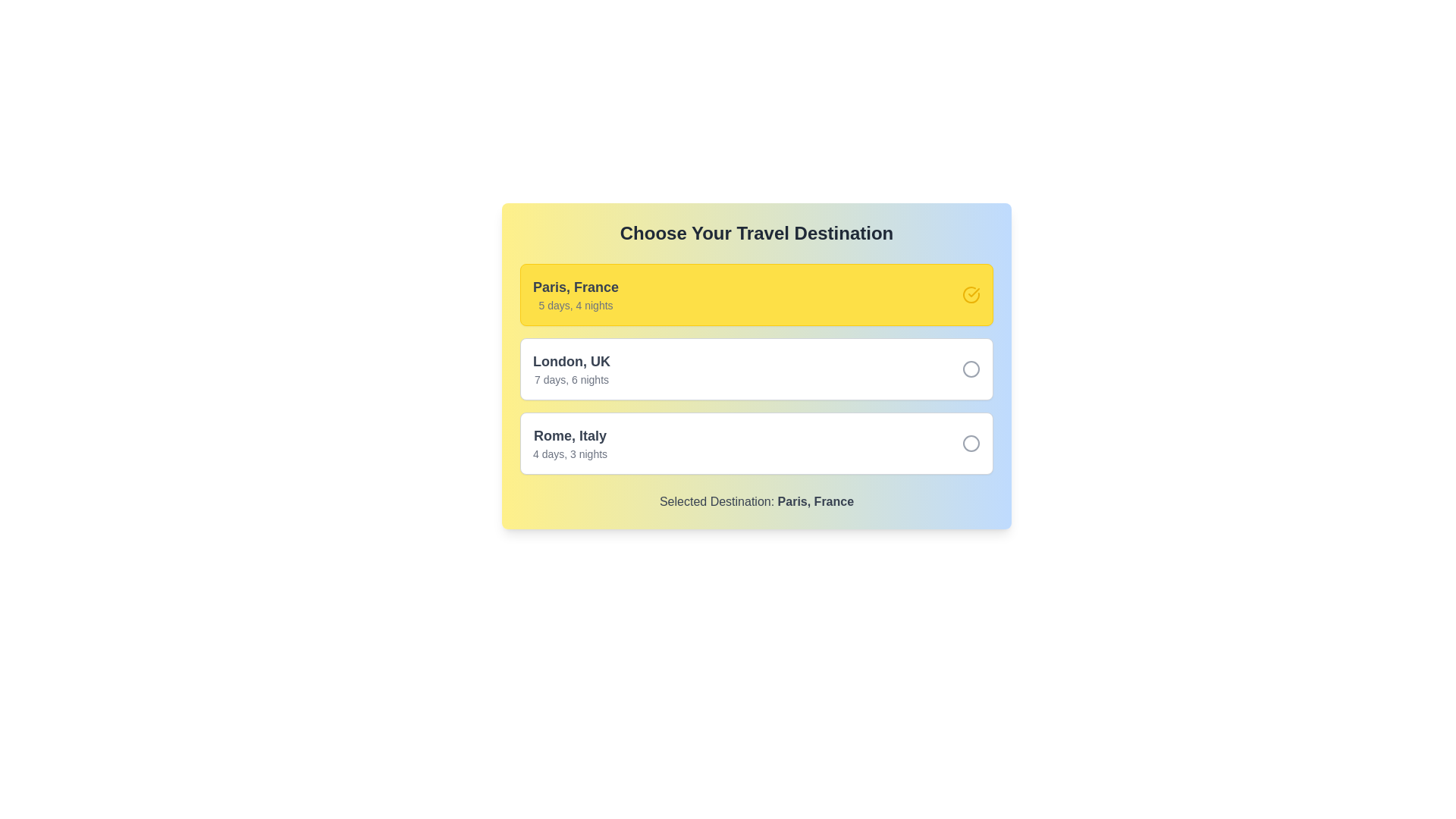  Describe the element at coordinates (971, 444) in the screenshot. I see `the radio button element for the travel destination 'Rome, Italy'` at that location.